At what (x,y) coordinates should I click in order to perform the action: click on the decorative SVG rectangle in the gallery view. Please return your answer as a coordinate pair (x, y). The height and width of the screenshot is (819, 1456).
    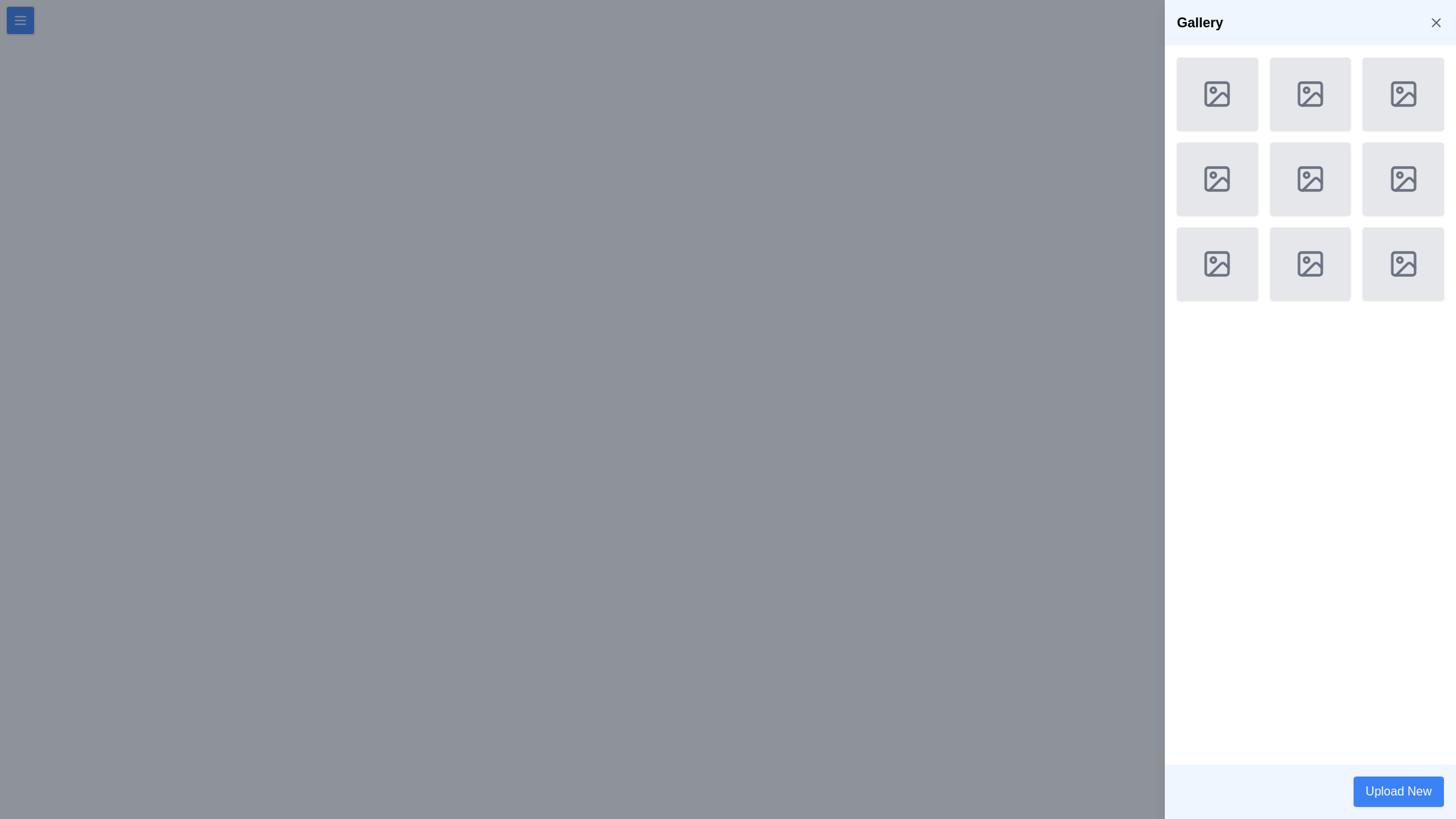
    Looking at the image, I should click on (1217, 177).